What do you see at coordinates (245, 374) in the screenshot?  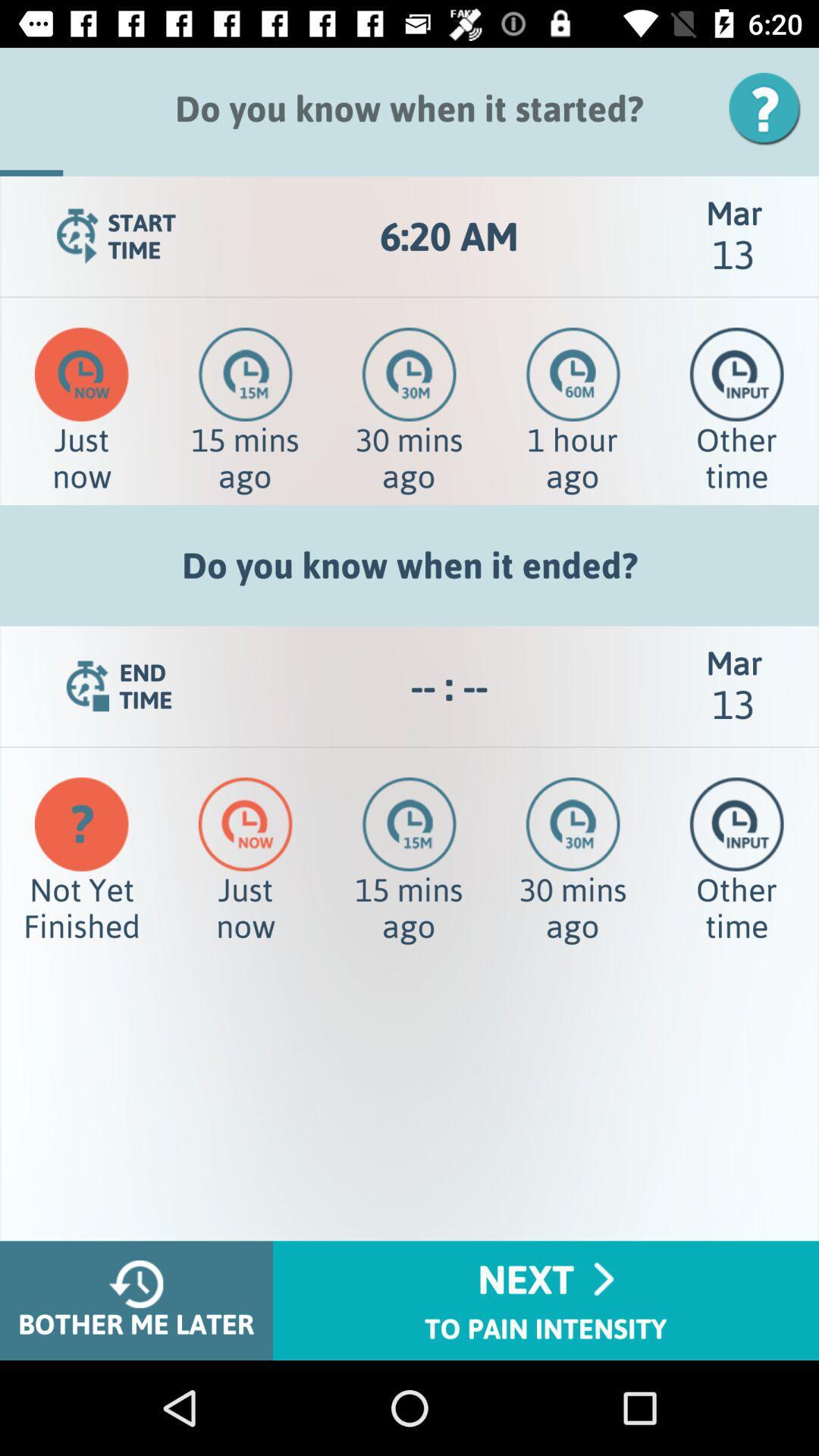 I see `the time icon` at bounding box center [245, 374].